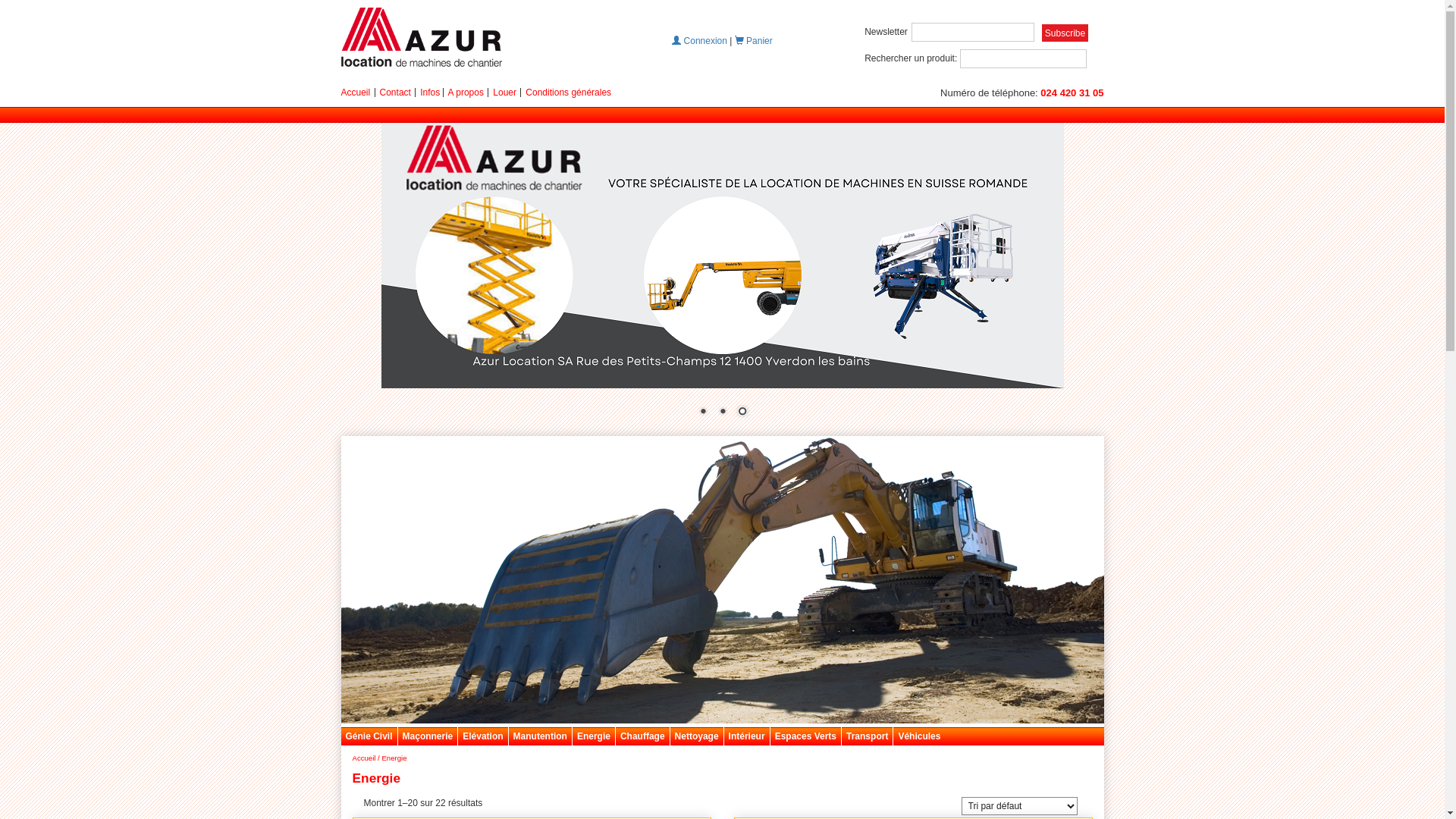 Image resolution: width=1456 pixels, height=819 pixels. What do you see at coordinates (428, 93) in the screenshot?
I see `'Infos'` at bounding box center [428, 93].